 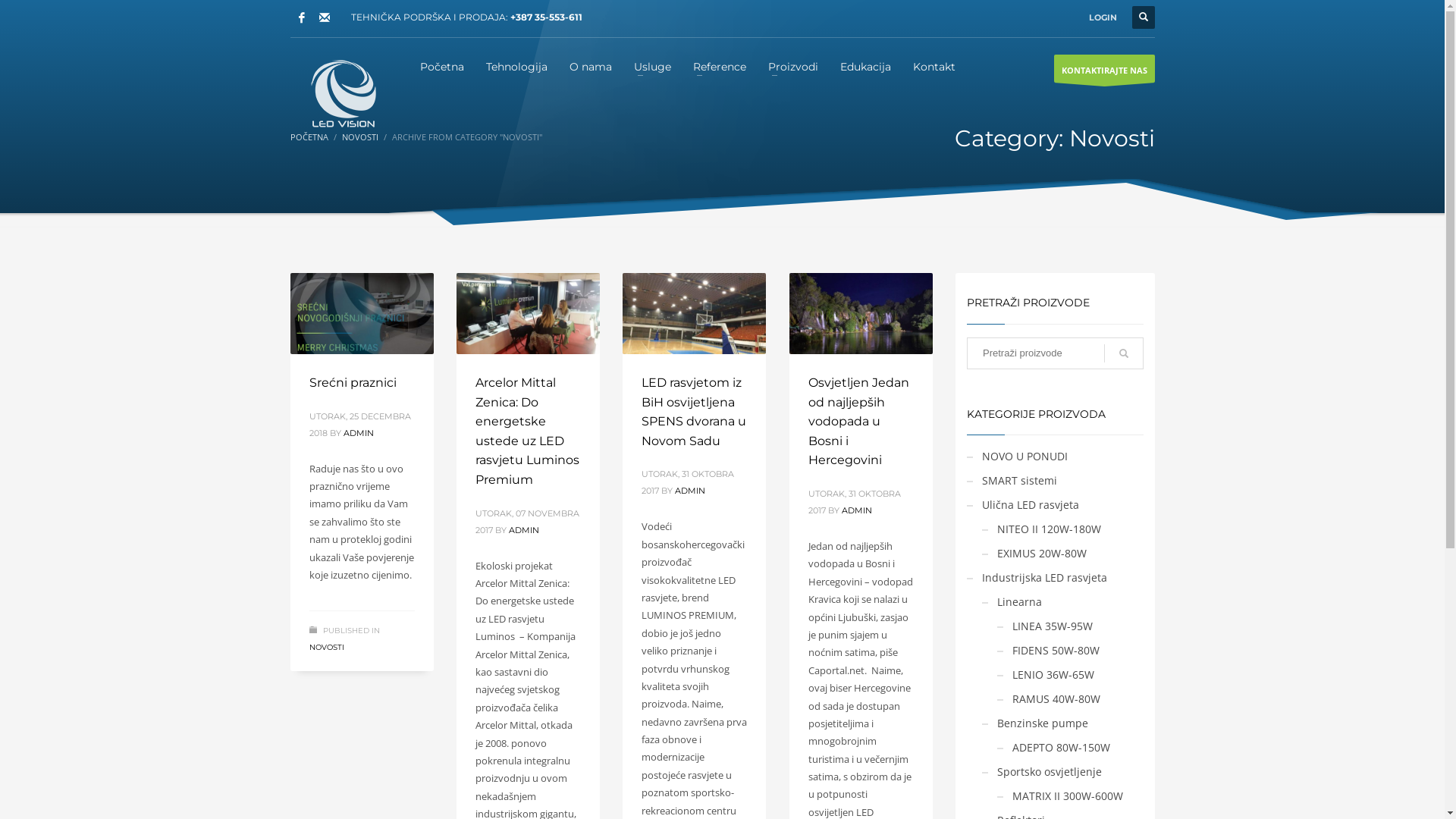 I want to click on 'Email', so click(x=323, y=17).